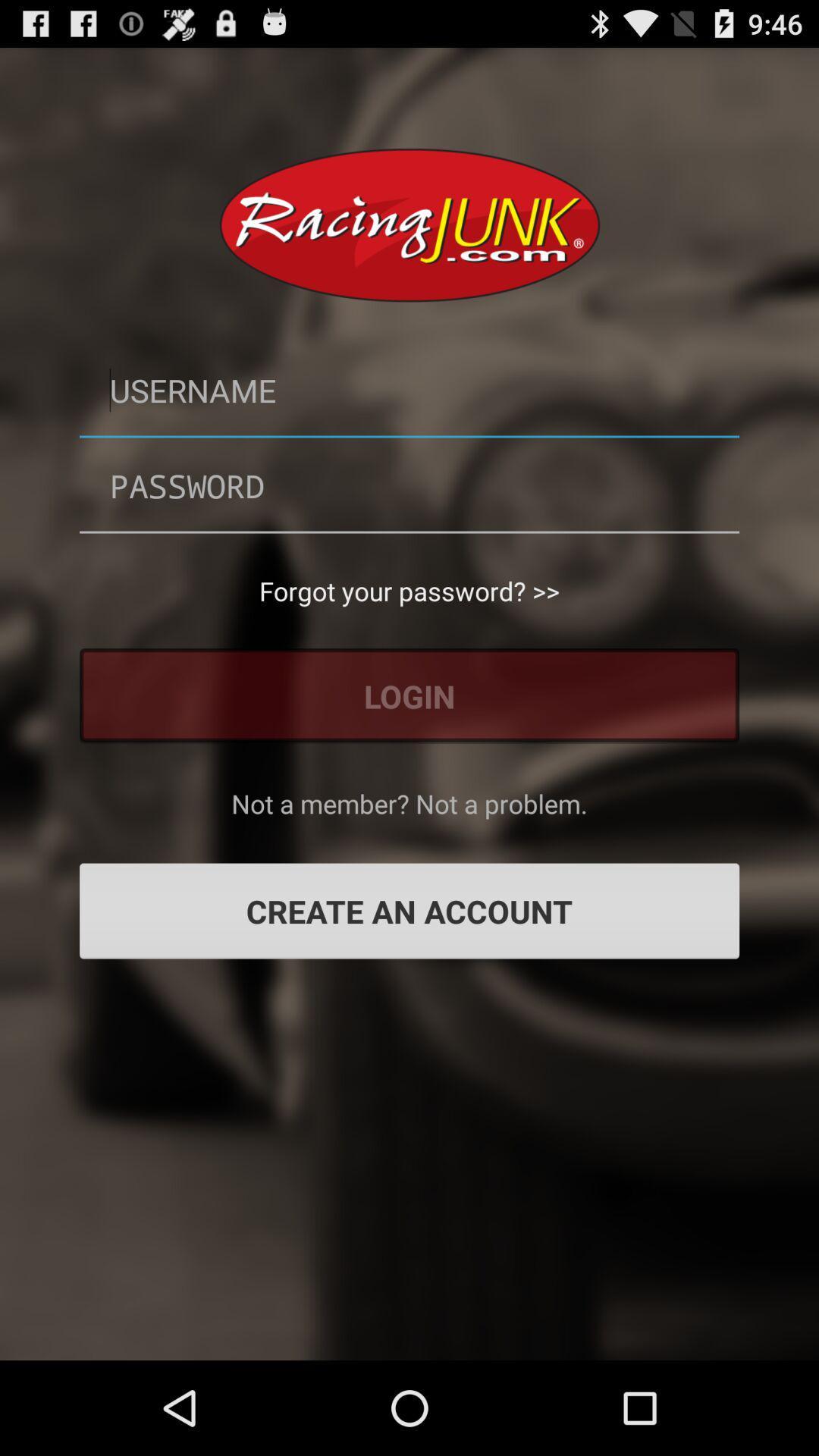 This screenshot has height=1456, width=819. I want to click on create an account icon, so click(409, 910).